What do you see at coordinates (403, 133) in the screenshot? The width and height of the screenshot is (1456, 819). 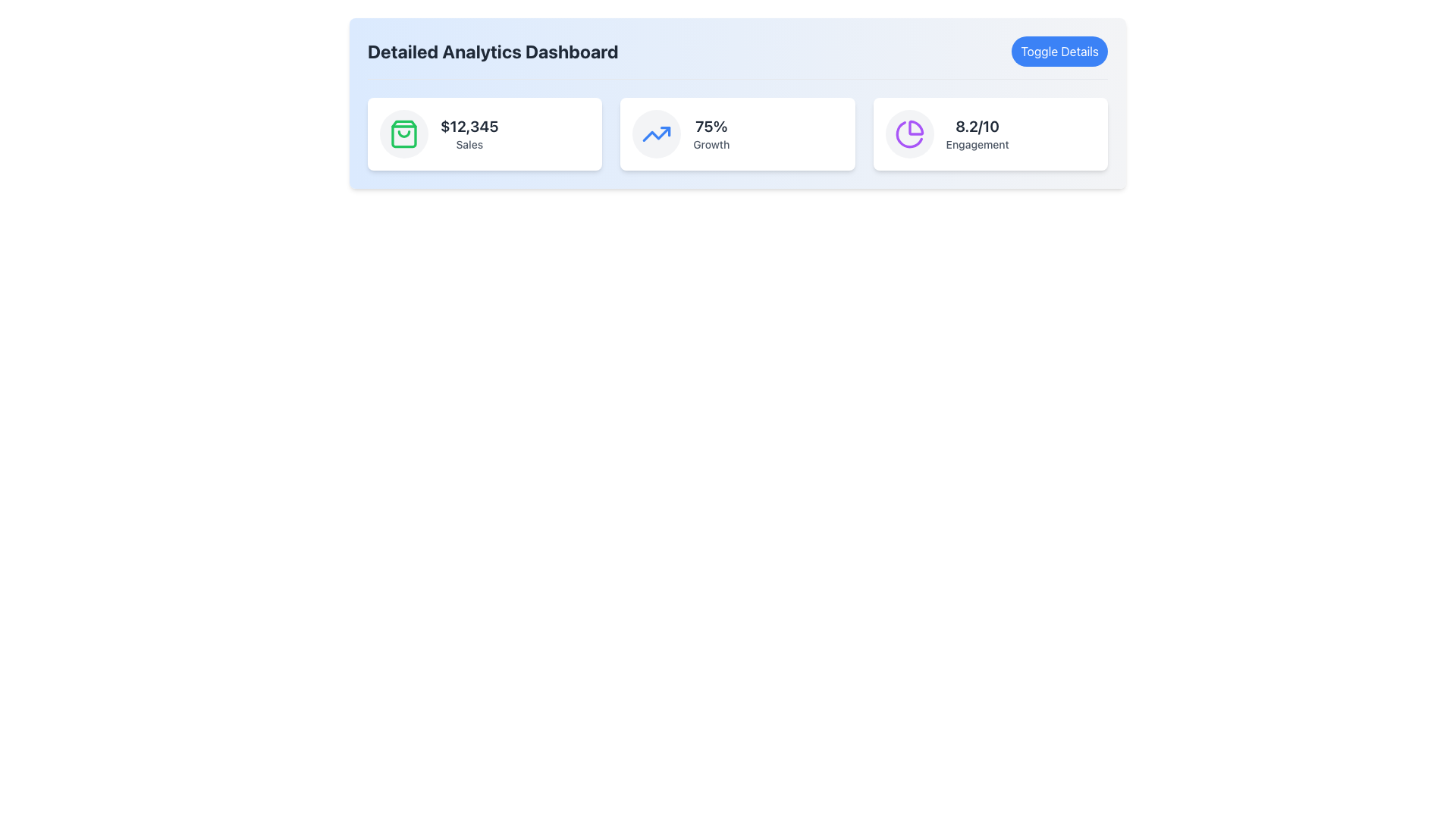 I see `the shopping bag icon located at the center of the leftmost card of the dashboard, which is above the '$12,345 Sales' text and centrally aligned within its light gray circular button` at bounding box center [403, 133].